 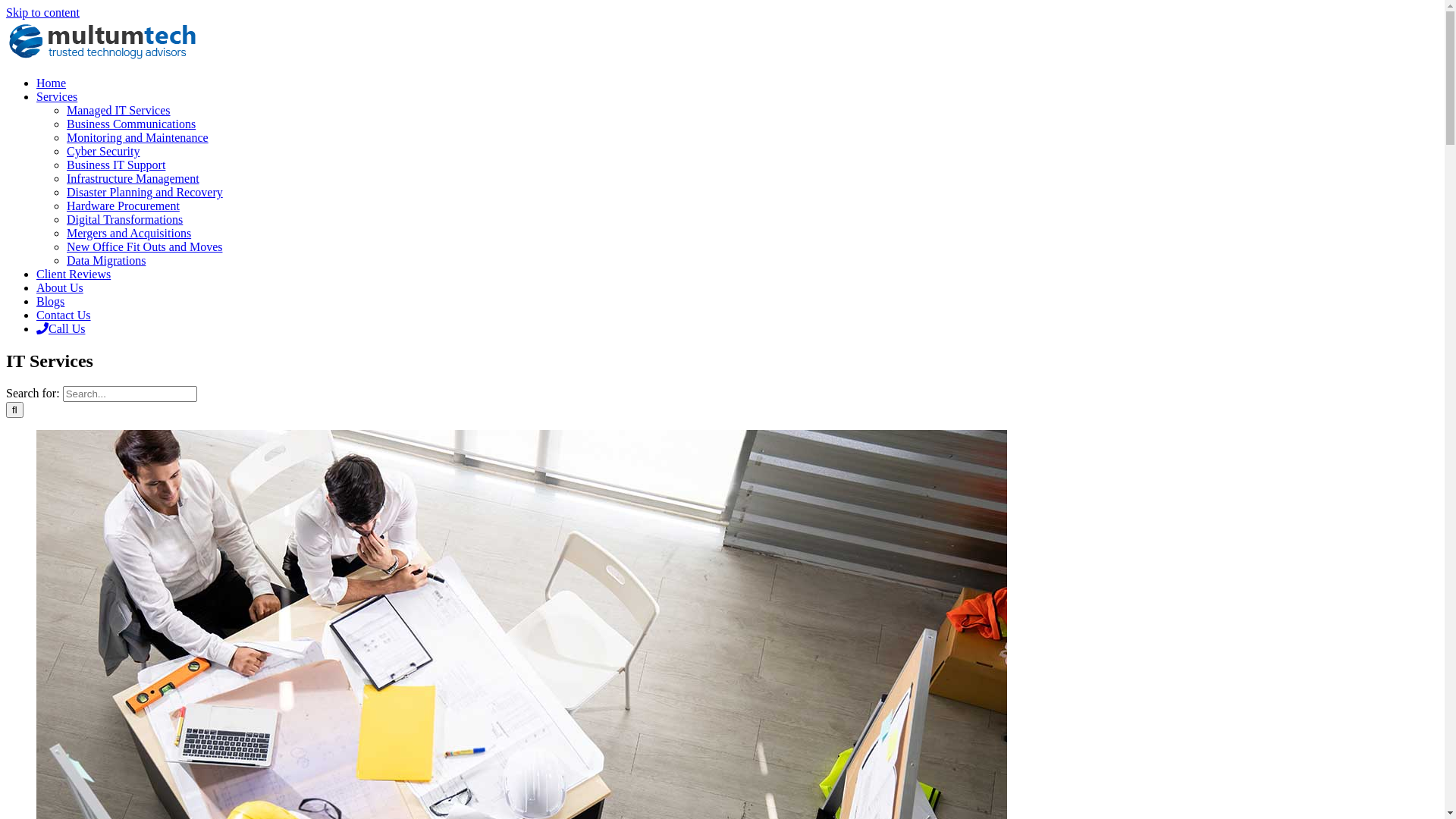 I want to click on 'Mergers and Acquisitions', so click(x=128, y=233).